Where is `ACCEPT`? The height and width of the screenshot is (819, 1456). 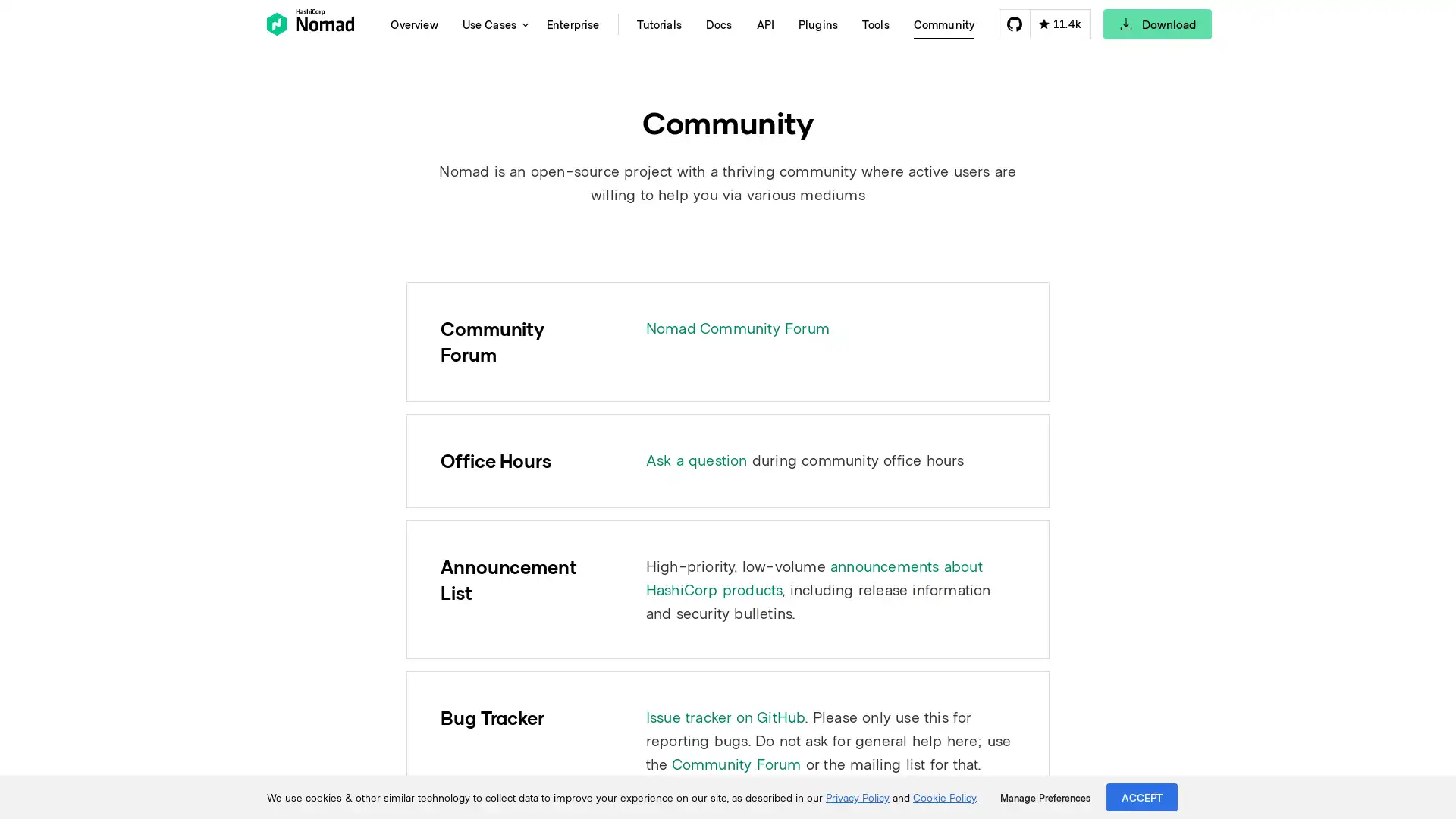 ACCEPT is located at coordinates (1142, 796).